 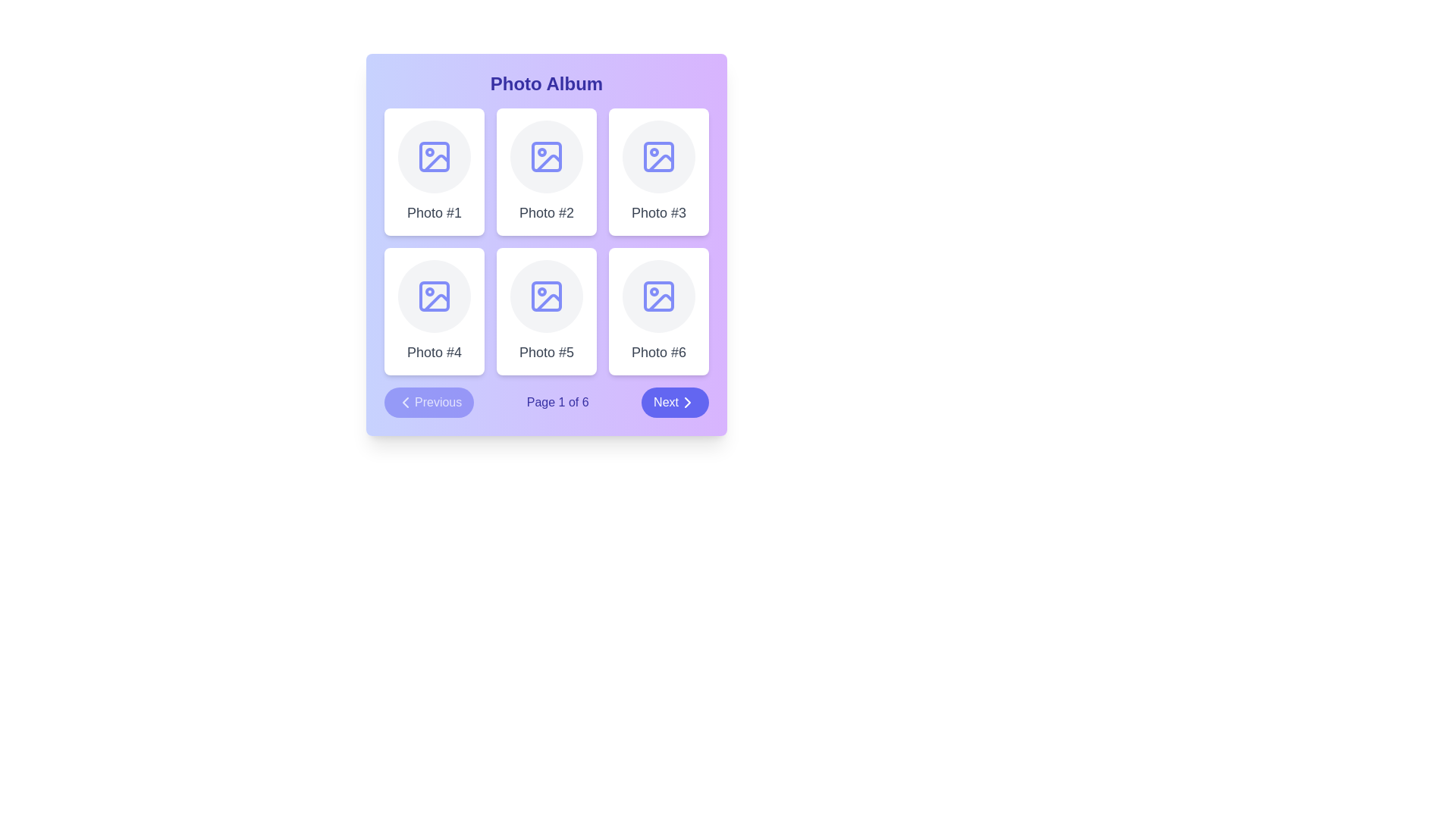 What do you see at coordinates (687, 402) in the screenshot?
I see `the rightward chevron arrow icon that is part of the 'Next' button located in the bottom-right corner of the Photo Album UI` at bounding box center [687, 402].